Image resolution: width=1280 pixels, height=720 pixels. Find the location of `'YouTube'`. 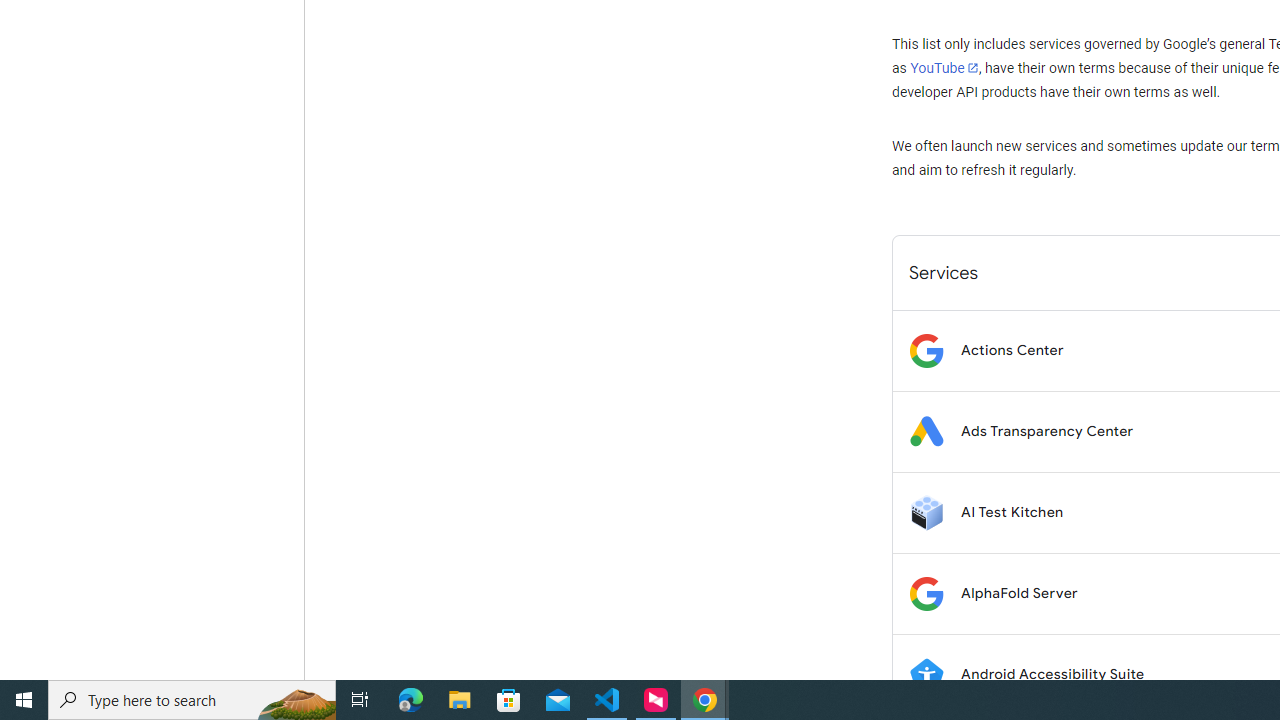

'YouTube' is located at coordinates (943, 67).